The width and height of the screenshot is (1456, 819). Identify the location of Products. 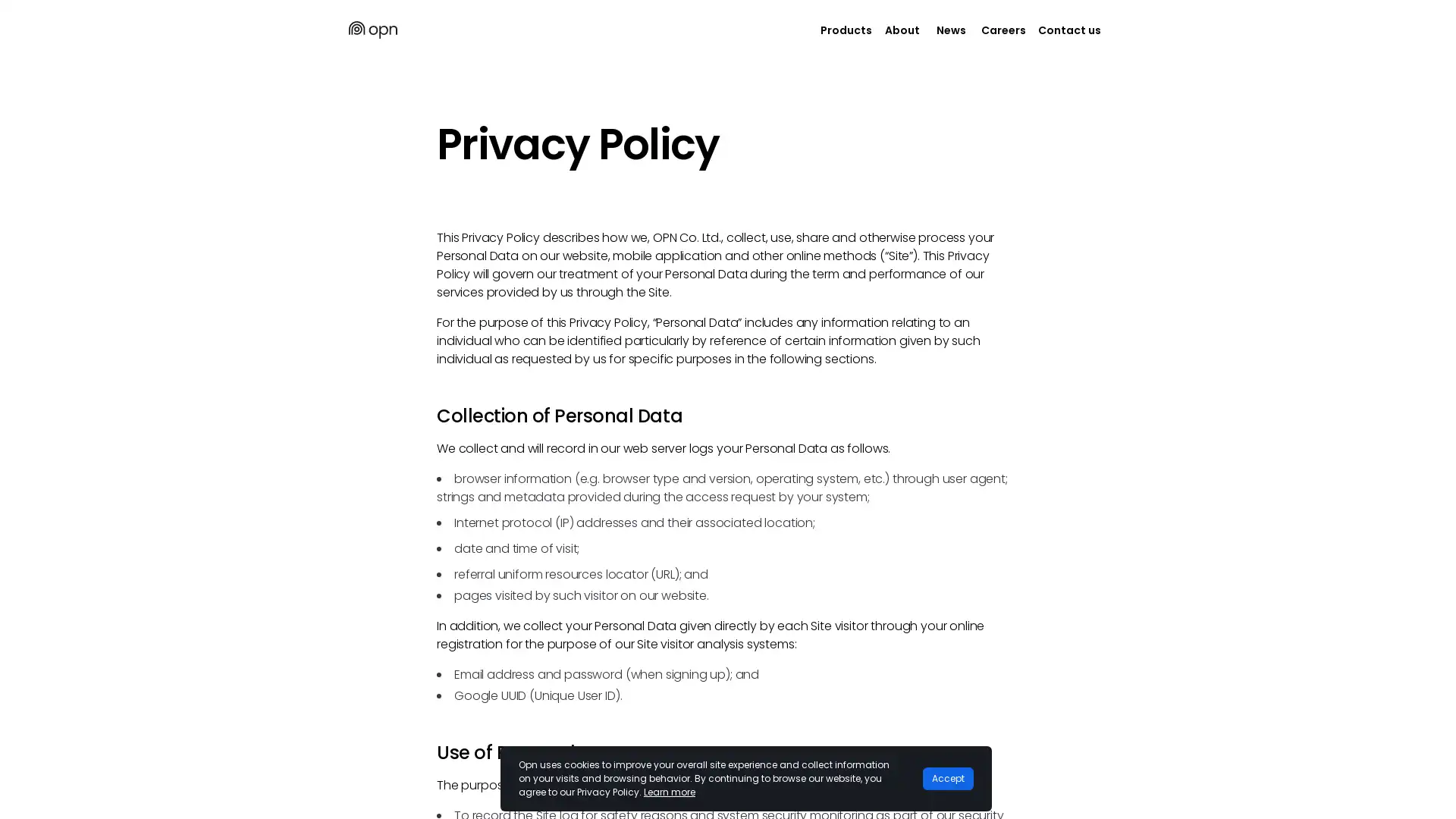
(846, 30).